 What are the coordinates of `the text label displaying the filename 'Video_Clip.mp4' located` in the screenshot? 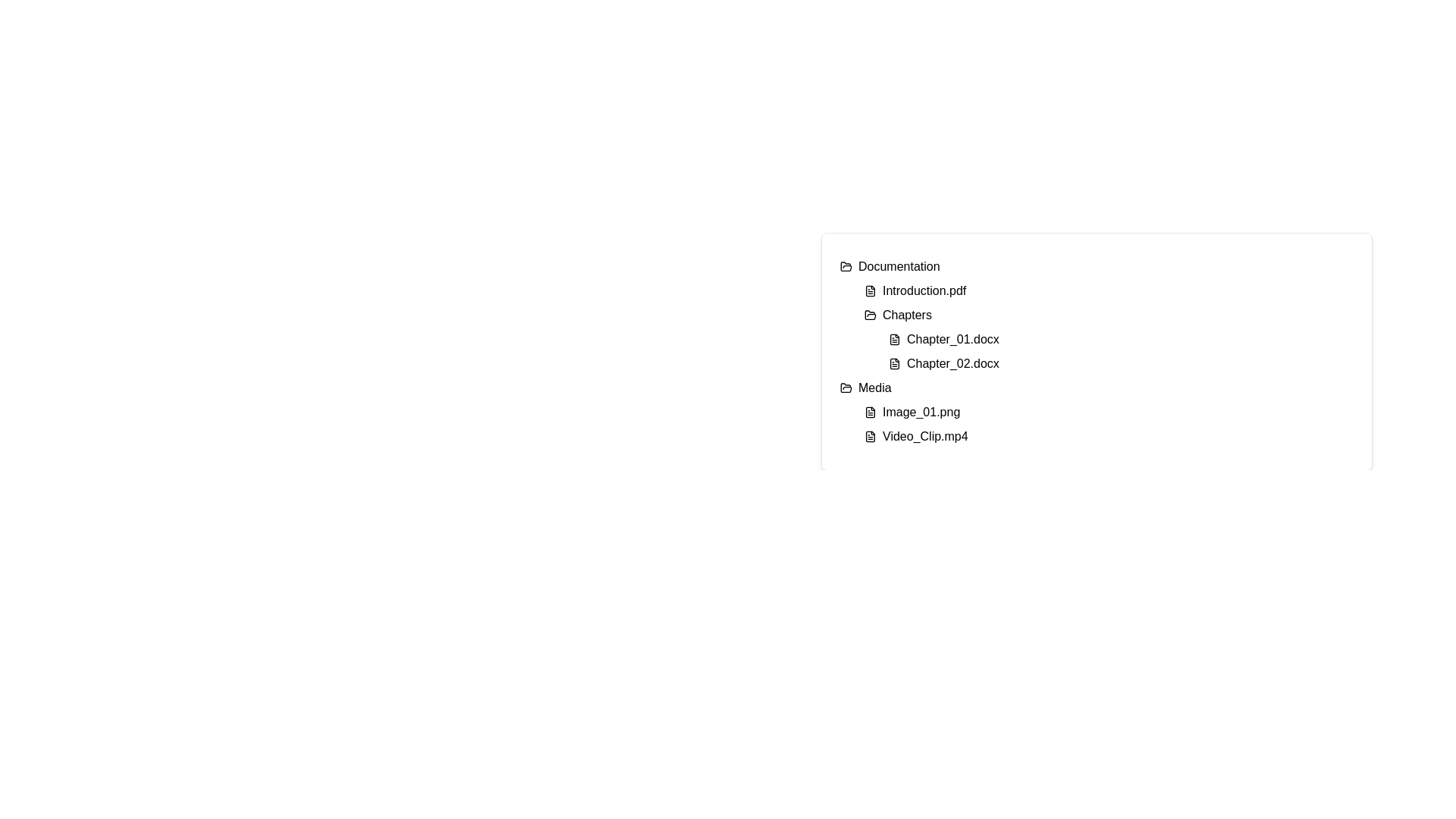 It's located at (924, 436).